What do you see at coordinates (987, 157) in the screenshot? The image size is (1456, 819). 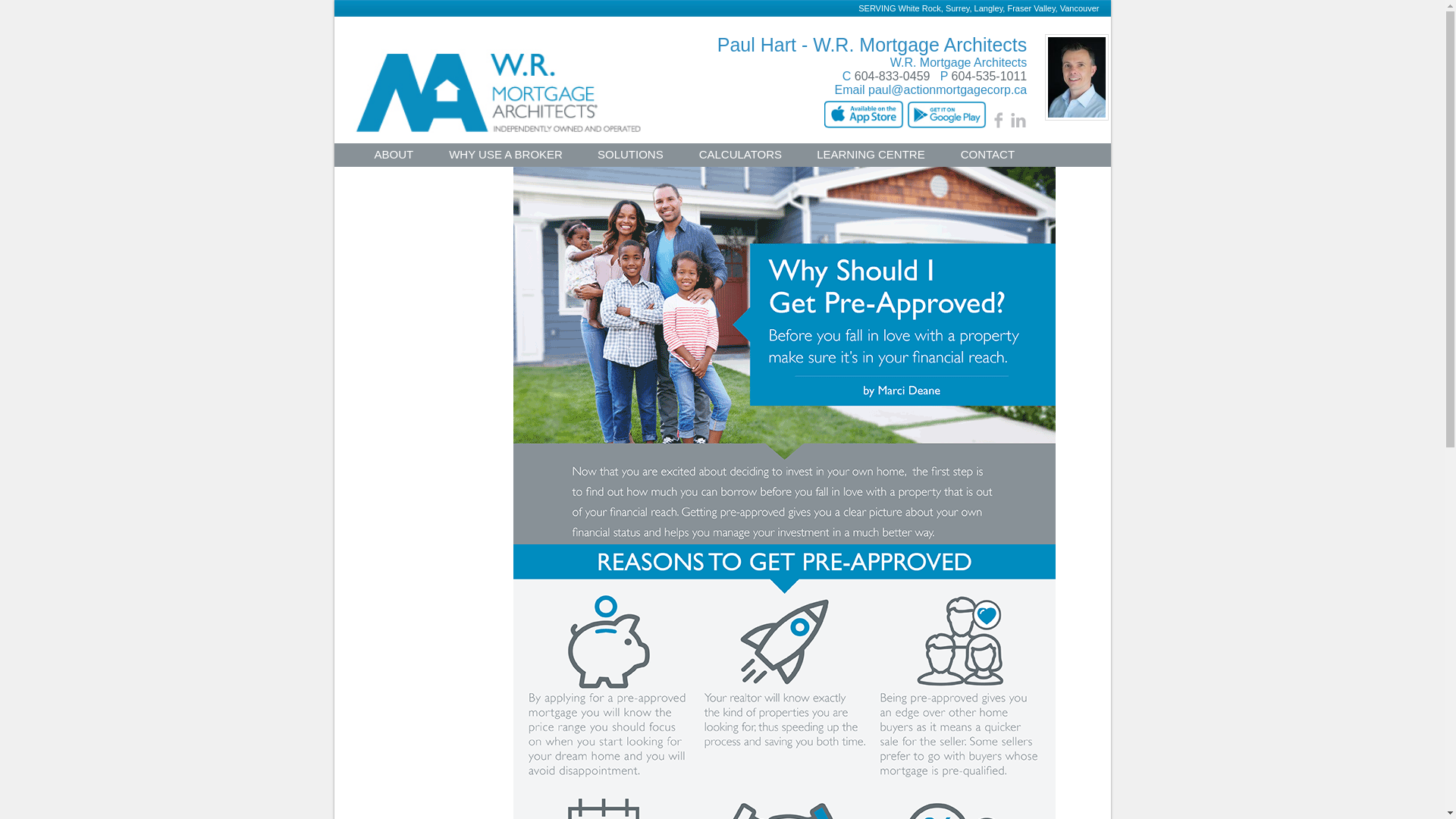 I see `'CONTACT'` at bounding box center [987, 157].